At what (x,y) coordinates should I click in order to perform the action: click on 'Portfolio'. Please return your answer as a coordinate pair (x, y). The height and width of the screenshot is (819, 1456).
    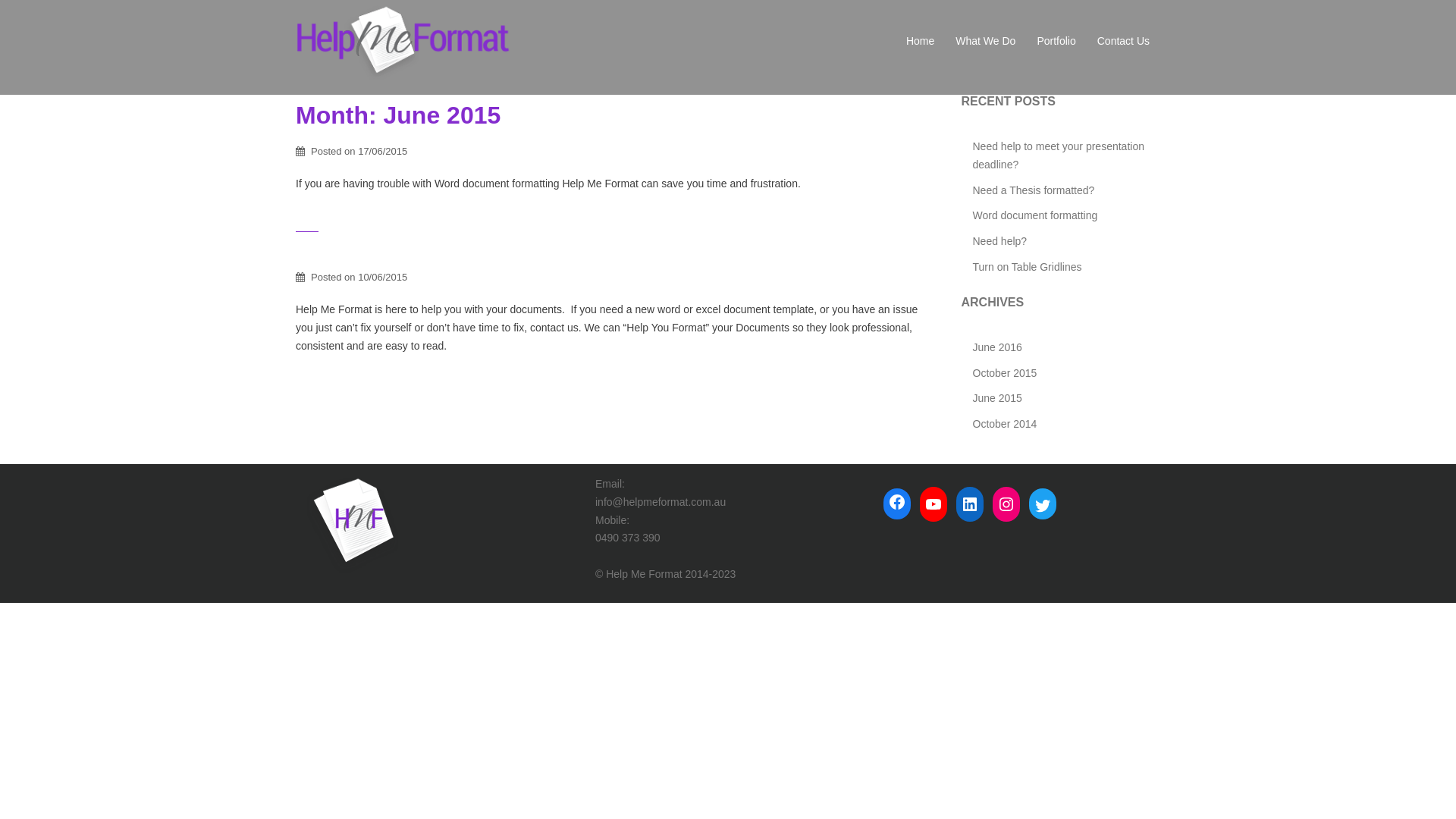
    Looking at the image, I should click on (1055, 40).